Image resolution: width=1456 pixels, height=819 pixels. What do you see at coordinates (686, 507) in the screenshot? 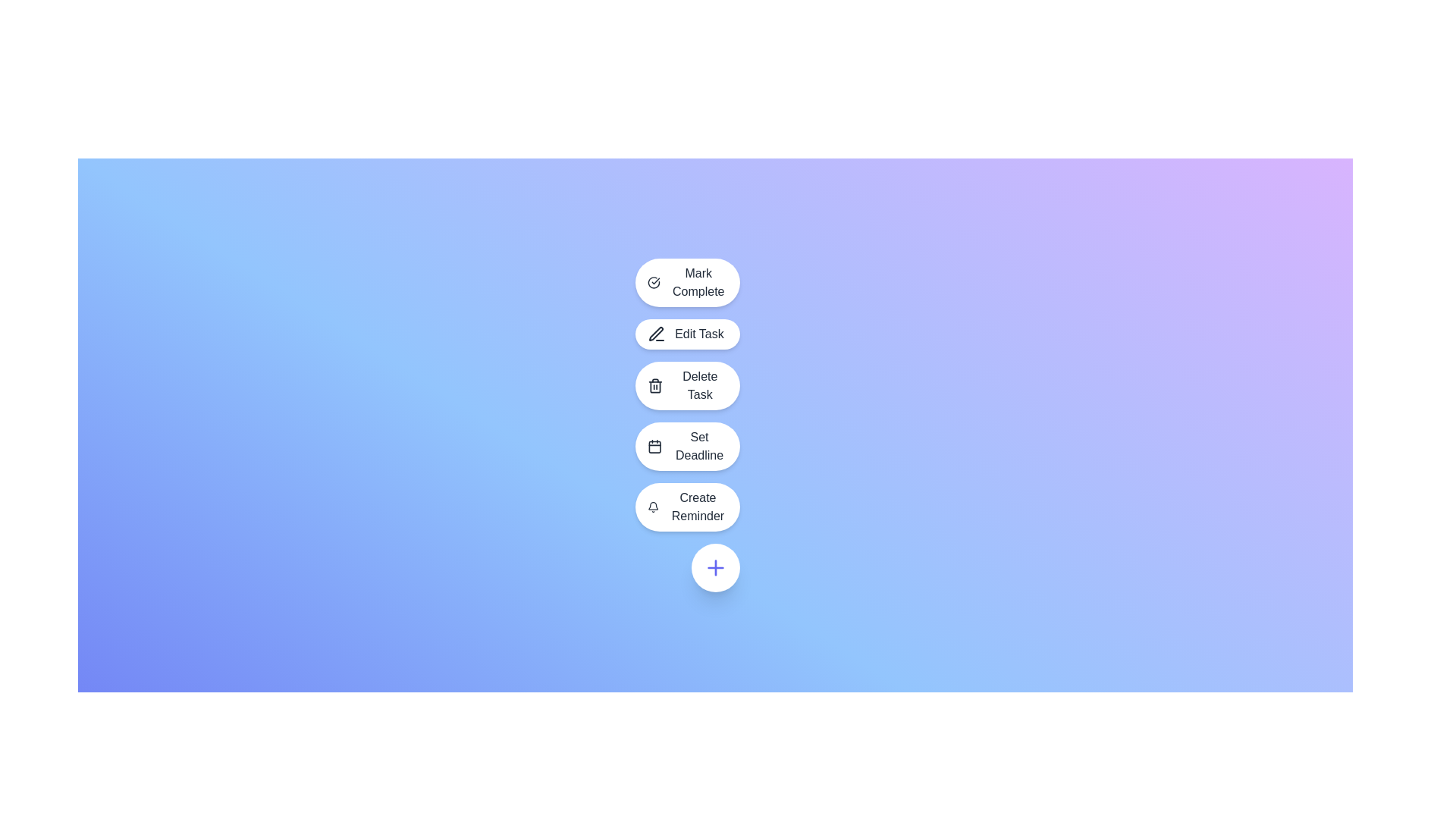
I see `the 'Create Reminder' button, which is the fifth button in the dropdown list, to initiate the reminder creation process` at bounding box center [686, 507].